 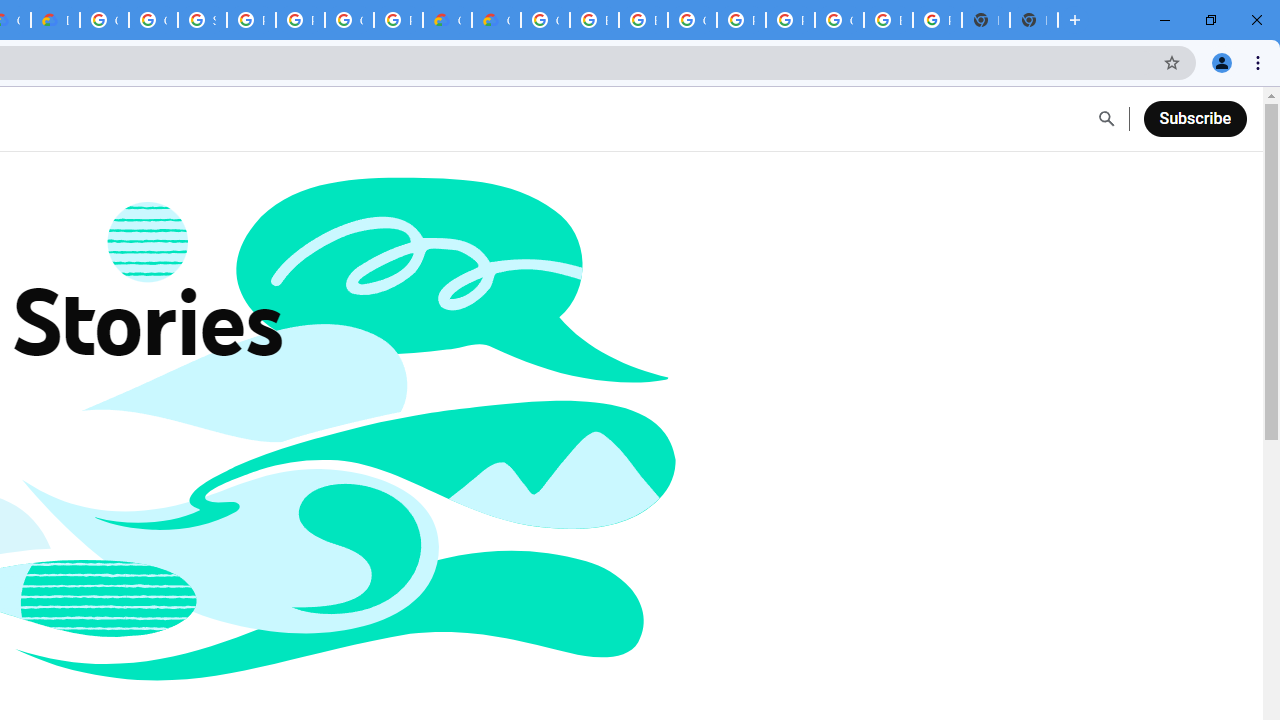 What do you see at coordinates (1034, 20) in the screenshot?
I see `'New Tab'` at bounding box center [1034, 20].